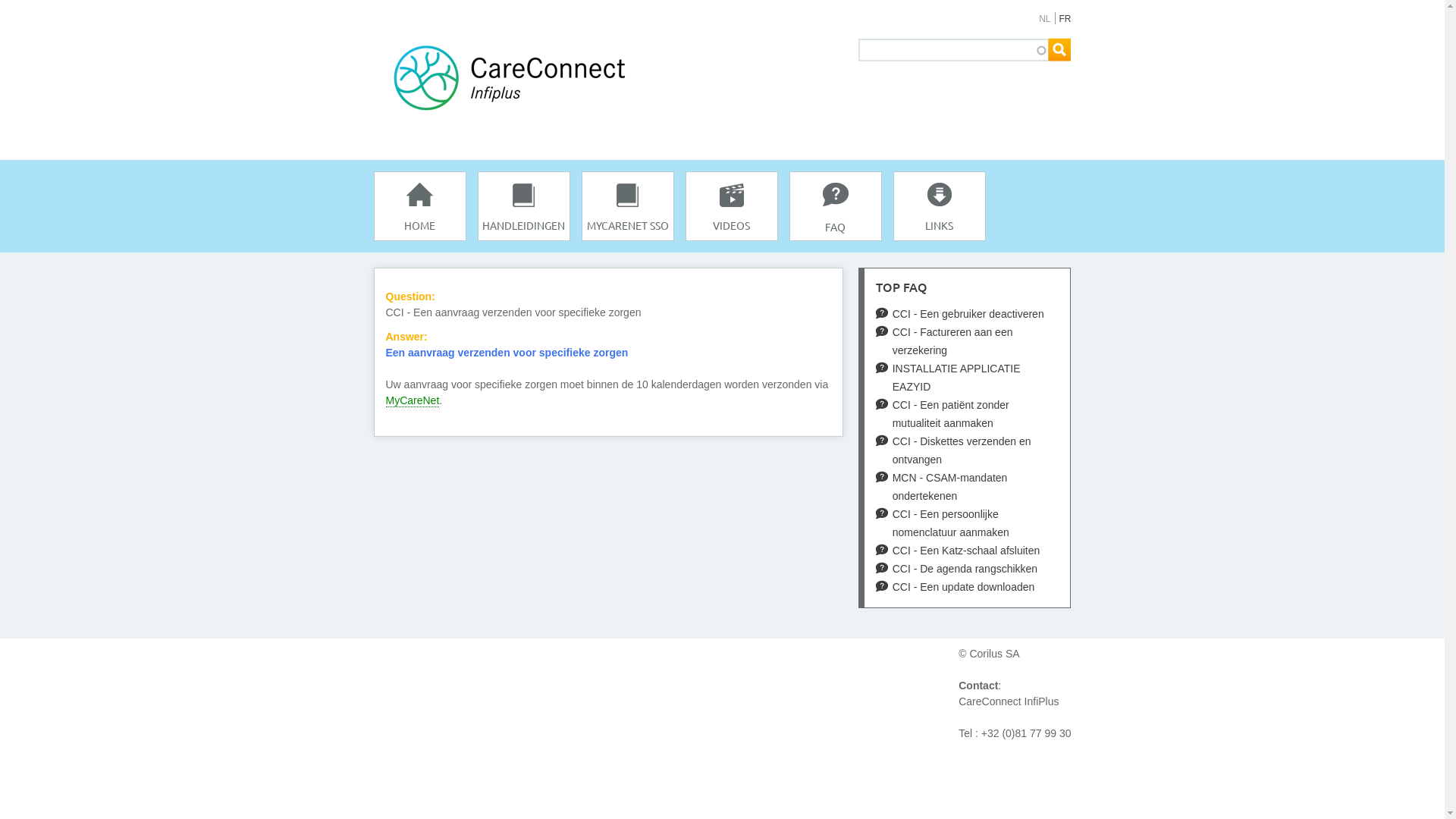 This screenshot has width=1456, height=819. Describe the element at coordinates (966, 486) in the screenshot. I see `'MCN - CSAM-mandaten ondertekenen'` at that location.